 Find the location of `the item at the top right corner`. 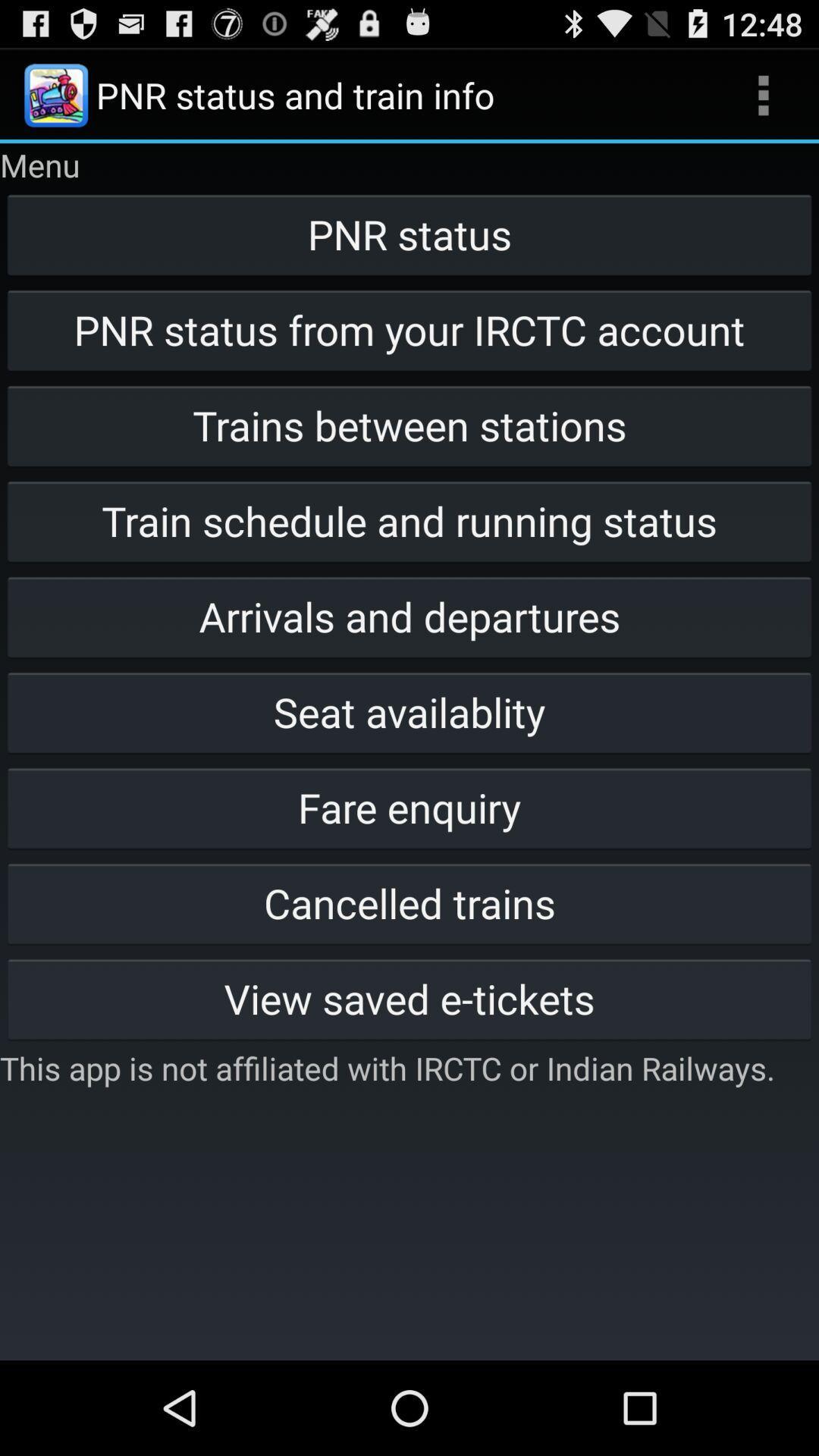

the item at the top right corner is located at coordinates (763, 94).